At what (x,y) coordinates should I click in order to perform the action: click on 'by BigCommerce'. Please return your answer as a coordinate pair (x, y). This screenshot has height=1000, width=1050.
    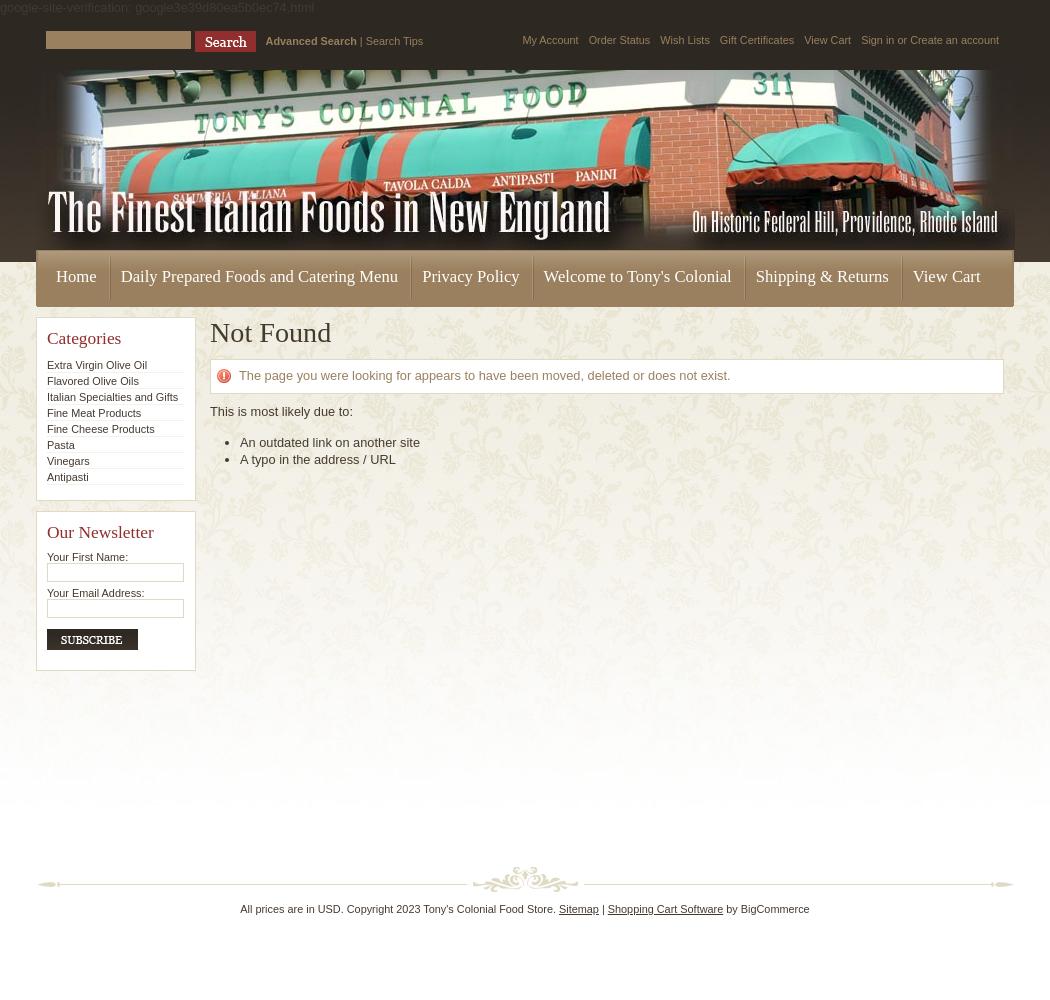
    Looking at the image, I should click on (765, 909).